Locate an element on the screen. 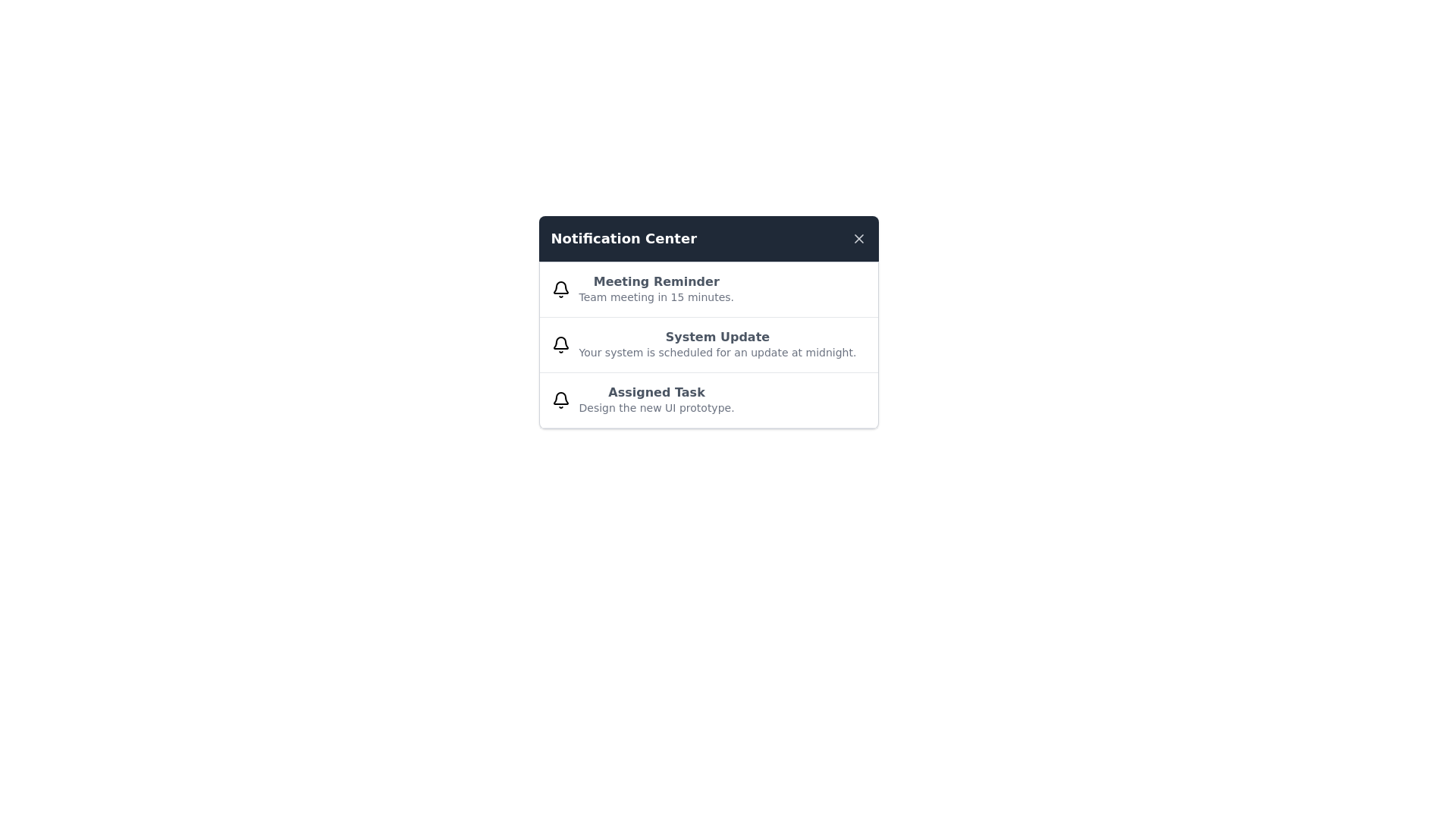  the Text Label providing additional details to the 'Meeting Reminder' notification, which is located beneath the heading 'Meeting Reminder' in the first notification slot of the Notification Center is located at coordinates (656, 297).